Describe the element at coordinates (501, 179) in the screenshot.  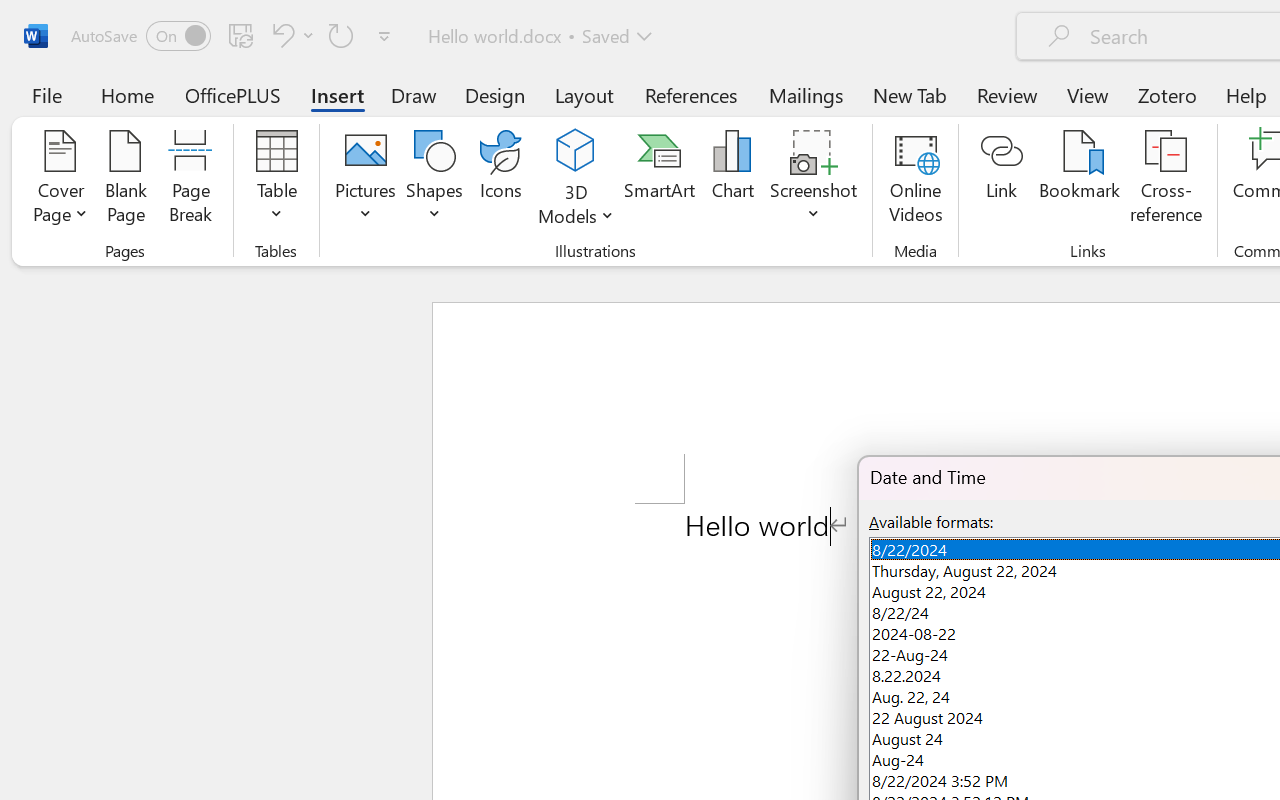
I see `'Icons'` at that location.